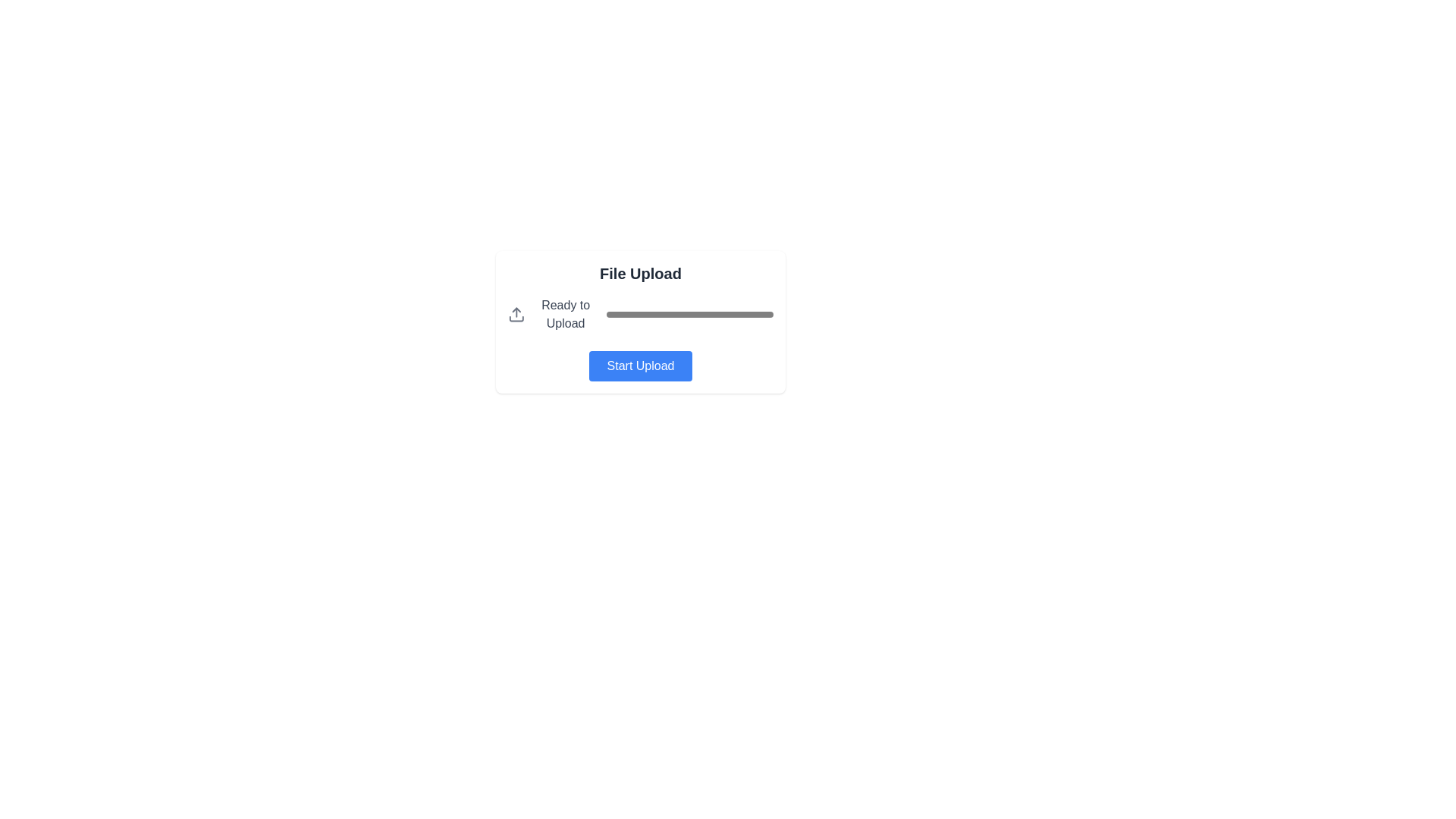 The width and height of the screenshot is (1456, 819). Describe the element at coordinates (640, 314) in the screenshot. I see `the empty progress bar labeled 'Ready to Upload' located under the 'File Upload' title and above the 'Start Upload' button` at that location.